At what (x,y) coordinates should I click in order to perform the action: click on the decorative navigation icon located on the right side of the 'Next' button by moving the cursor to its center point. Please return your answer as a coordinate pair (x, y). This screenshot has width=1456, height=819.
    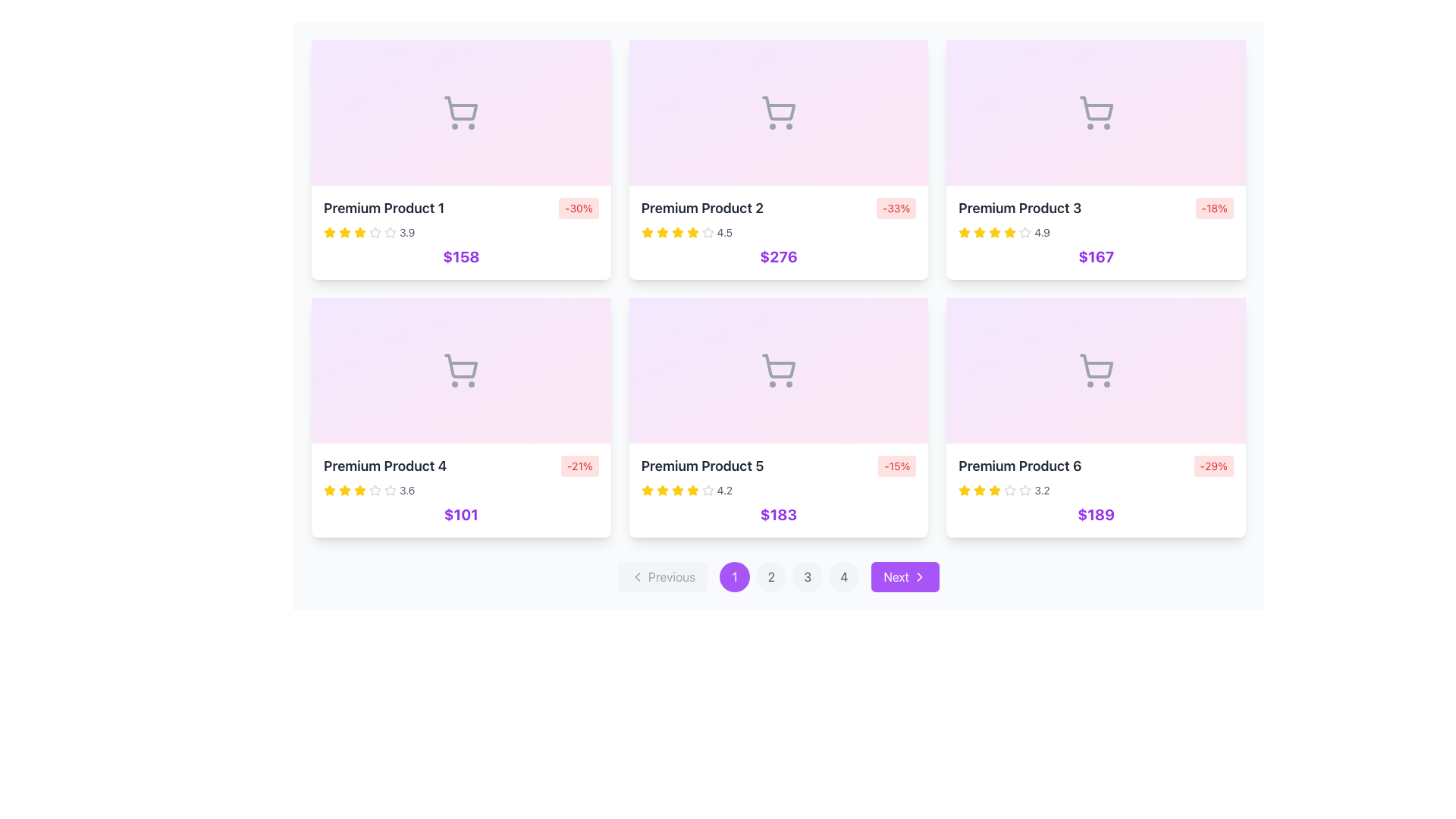
    Looking at the image, I should click on (919, 576).